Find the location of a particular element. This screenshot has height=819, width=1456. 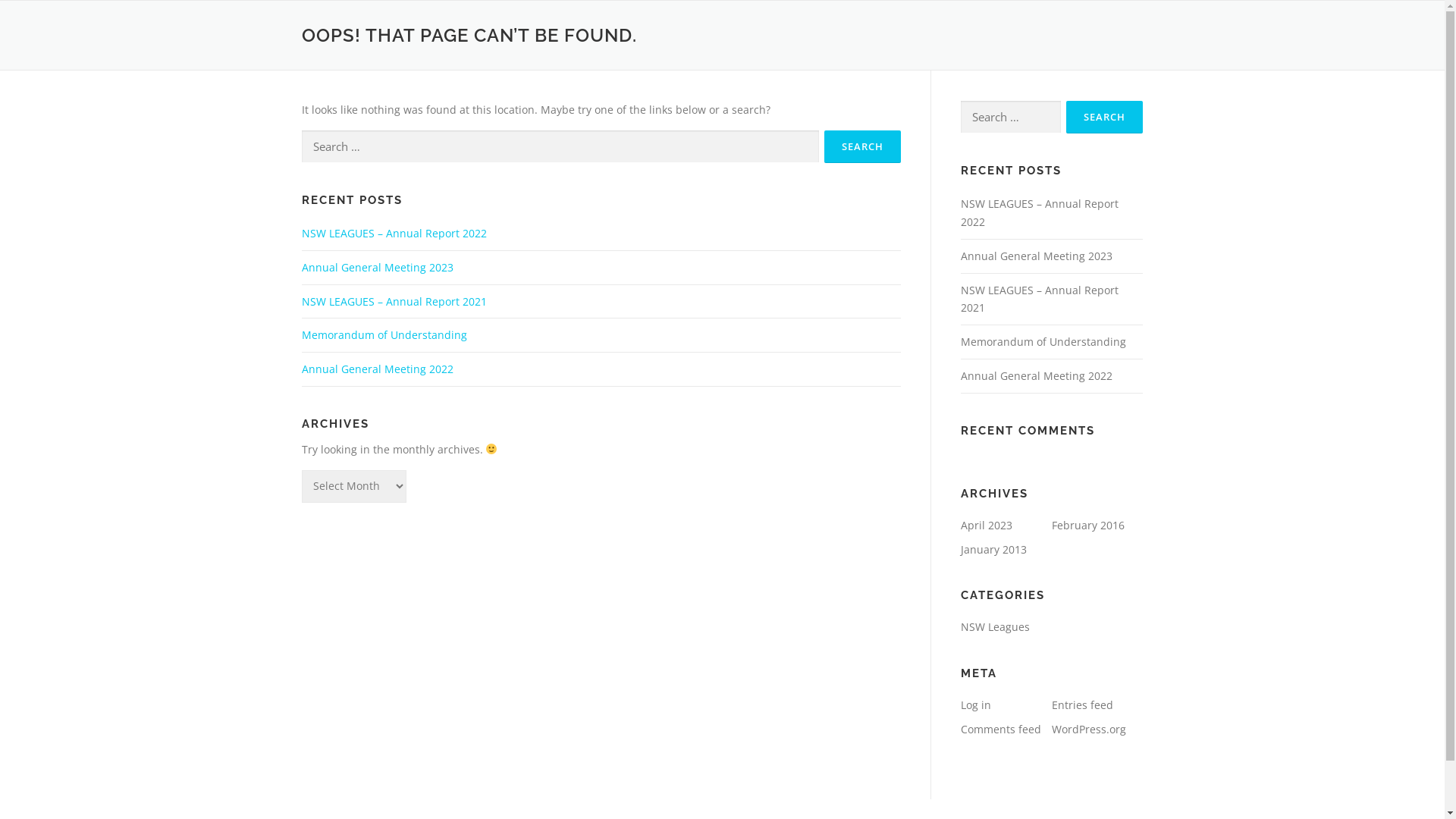

'January 2013' is located at coordinates (993, 549).